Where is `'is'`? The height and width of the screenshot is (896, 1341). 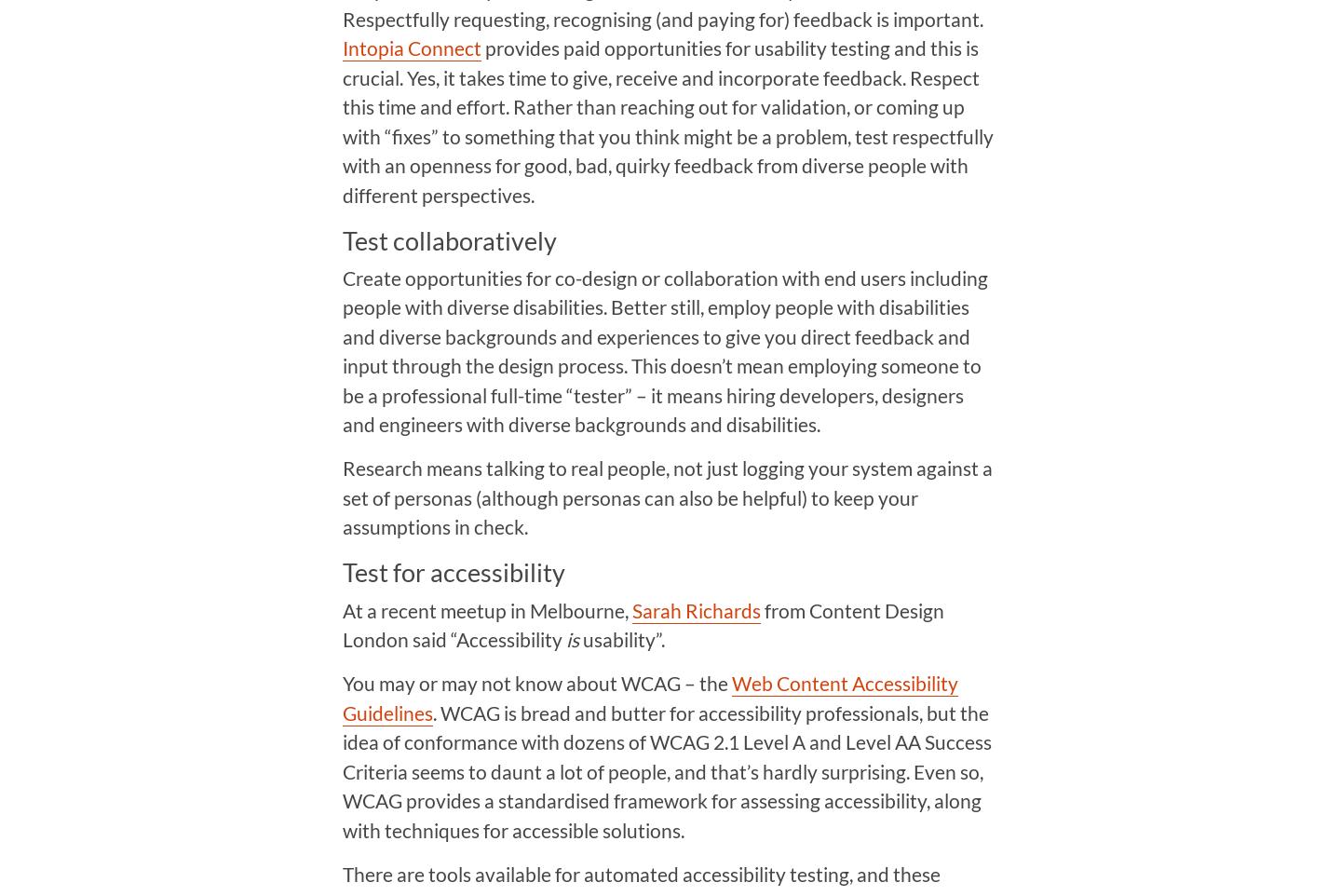
'is' is located at coordinates (563, 638).